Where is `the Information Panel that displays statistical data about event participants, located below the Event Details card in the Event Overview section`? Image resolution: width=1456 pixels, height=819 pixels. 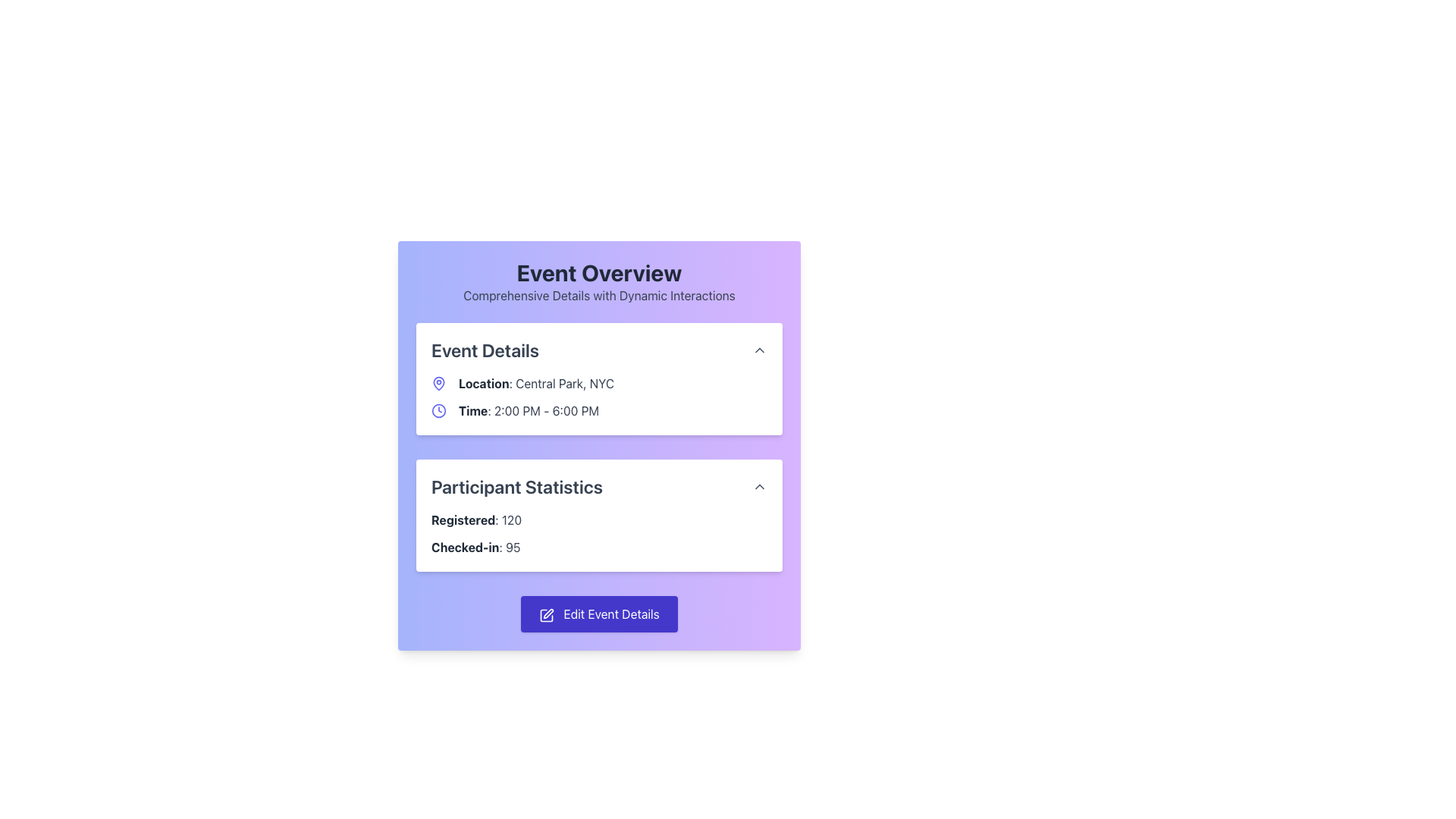
the Information Panel that displays statistical data about event participants, located below the Event Details card in the Event Overview section is located at coordinates (598, 514).